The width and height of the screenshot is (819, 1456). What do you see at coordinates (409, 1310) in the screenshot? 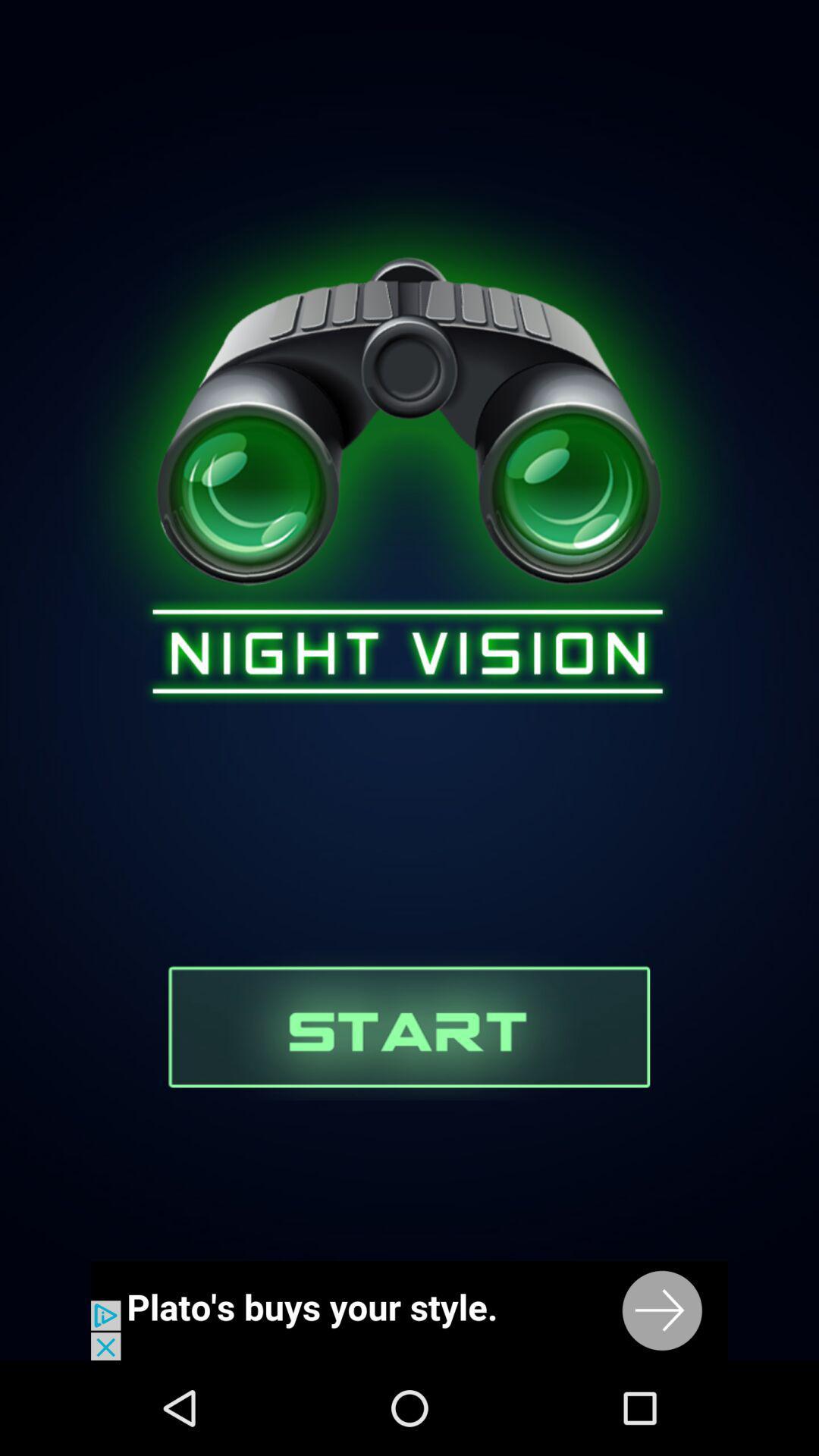
I see `this advertisement` at bounding box center [409, 1310].